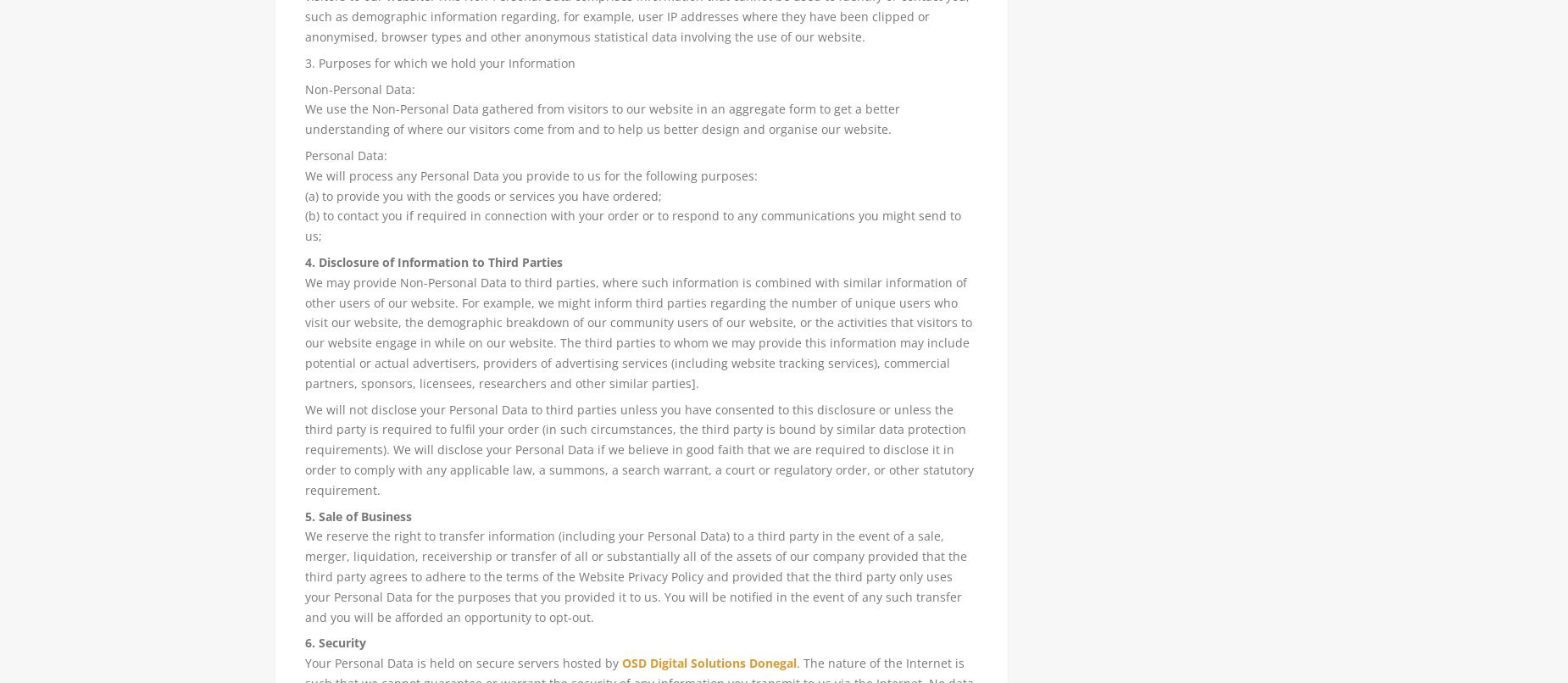 Image resolution: width=1568 pixels, height=683 pixels. Describe the element at coordinates (602, 119) in the screenshot. I see `'We use the Non-Personal Data gathered from visitors to our website in an aggregate form to get a better understanding of where our visitors come from and to help us better design and organise our website.'` at that location.